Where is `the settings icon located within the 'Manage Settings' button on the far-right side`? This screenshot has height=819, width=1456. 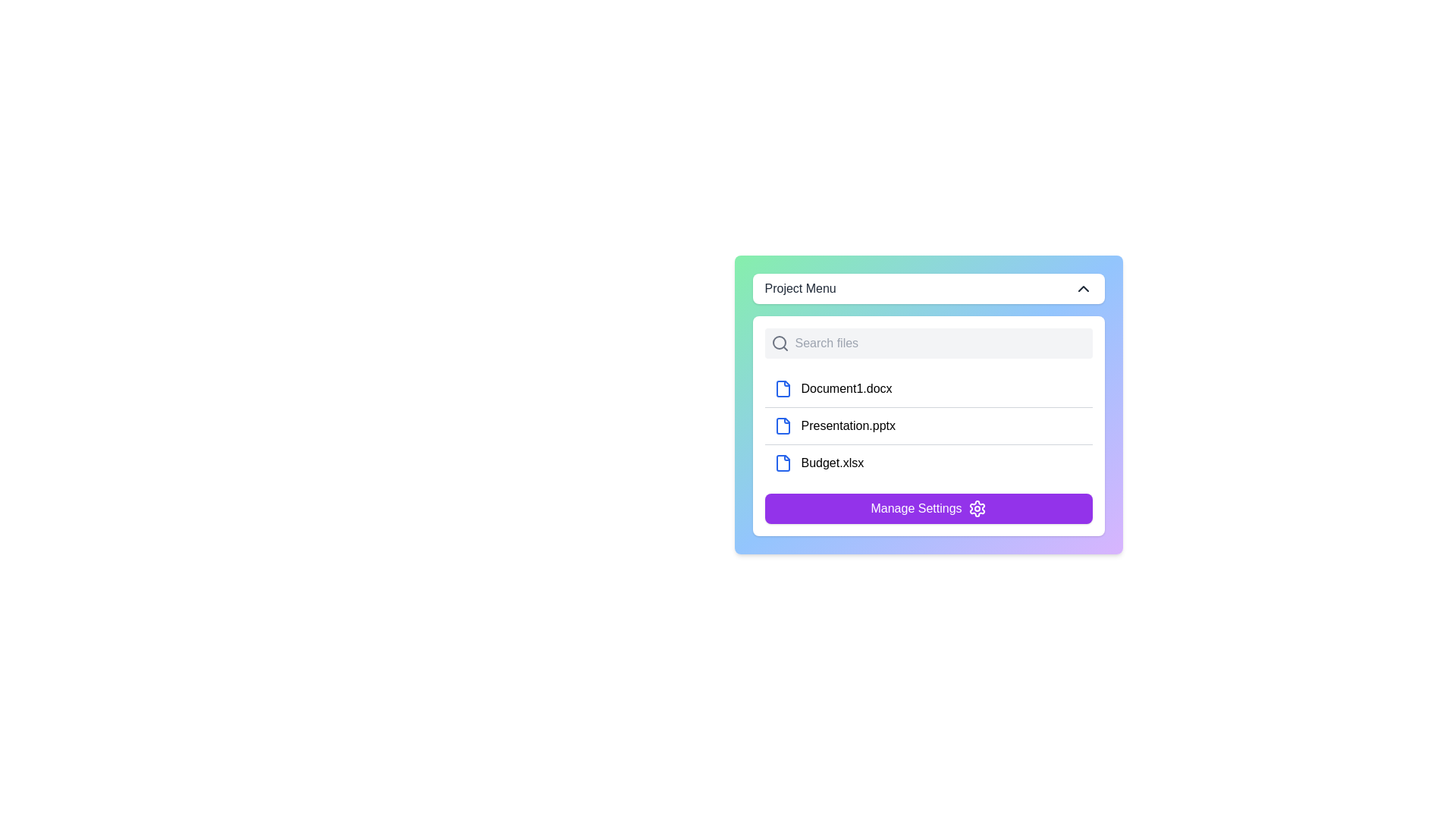
the settings icon located within the 'Manage Settings' button on the far-right side is located at coordinates (976, 509).